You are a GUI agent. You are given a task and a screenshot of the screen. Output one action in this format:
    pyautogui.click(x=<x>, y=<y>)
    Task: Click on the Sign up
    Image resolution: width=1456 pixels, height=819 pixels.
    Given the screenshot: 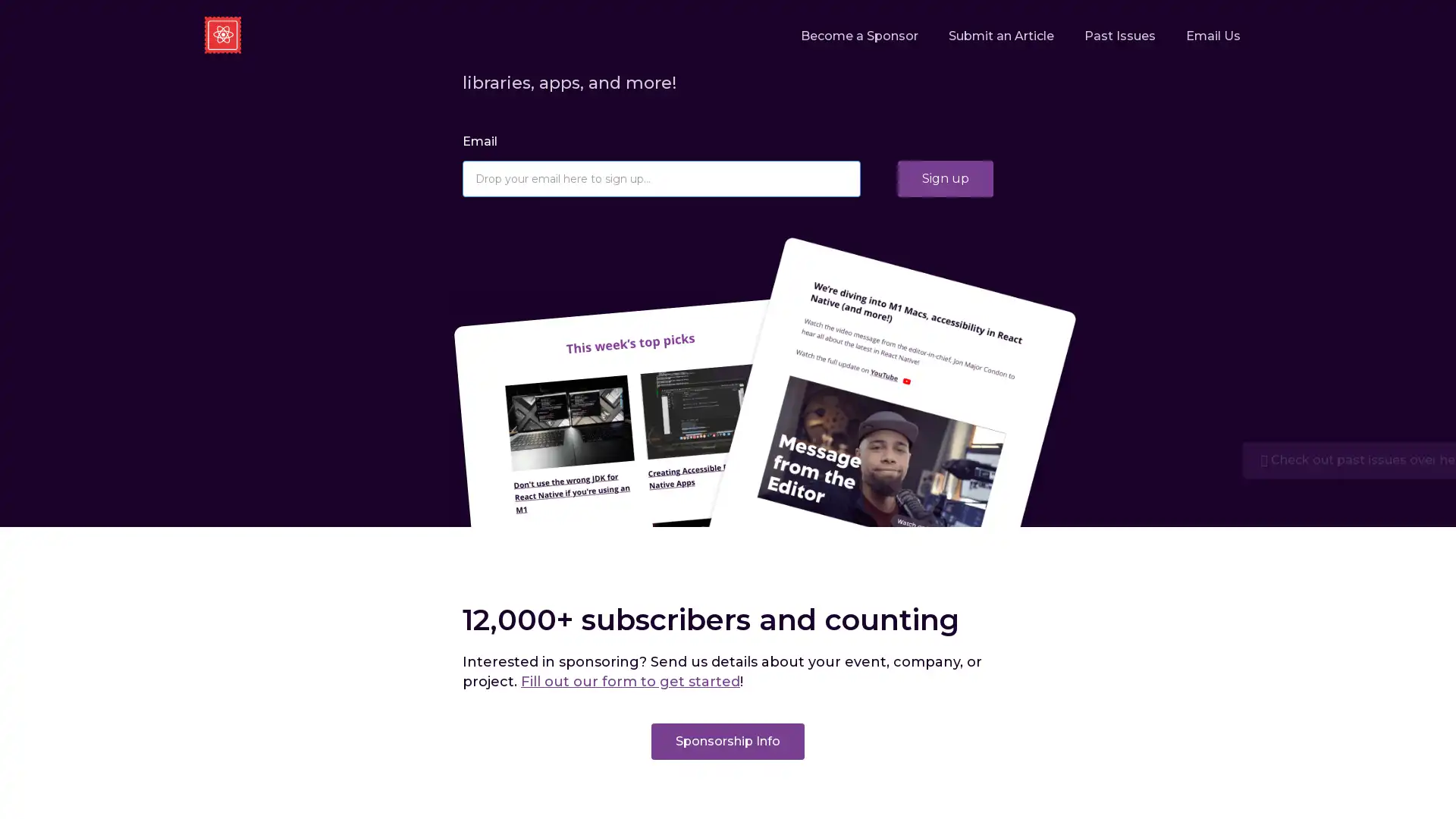 What is the action you would take?
    pyautogui.click(x=945, y=177)
    